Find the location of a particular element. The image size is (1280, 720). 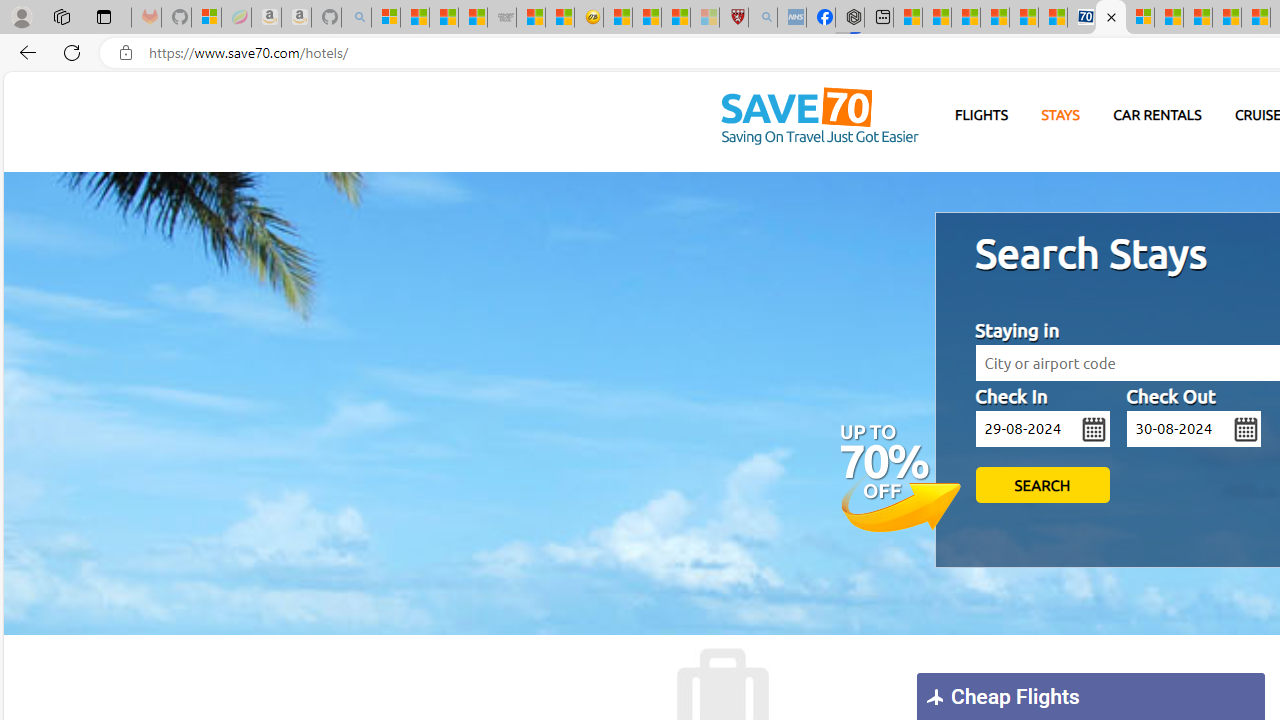

'Homepage' is located at coordinates (819, 117).